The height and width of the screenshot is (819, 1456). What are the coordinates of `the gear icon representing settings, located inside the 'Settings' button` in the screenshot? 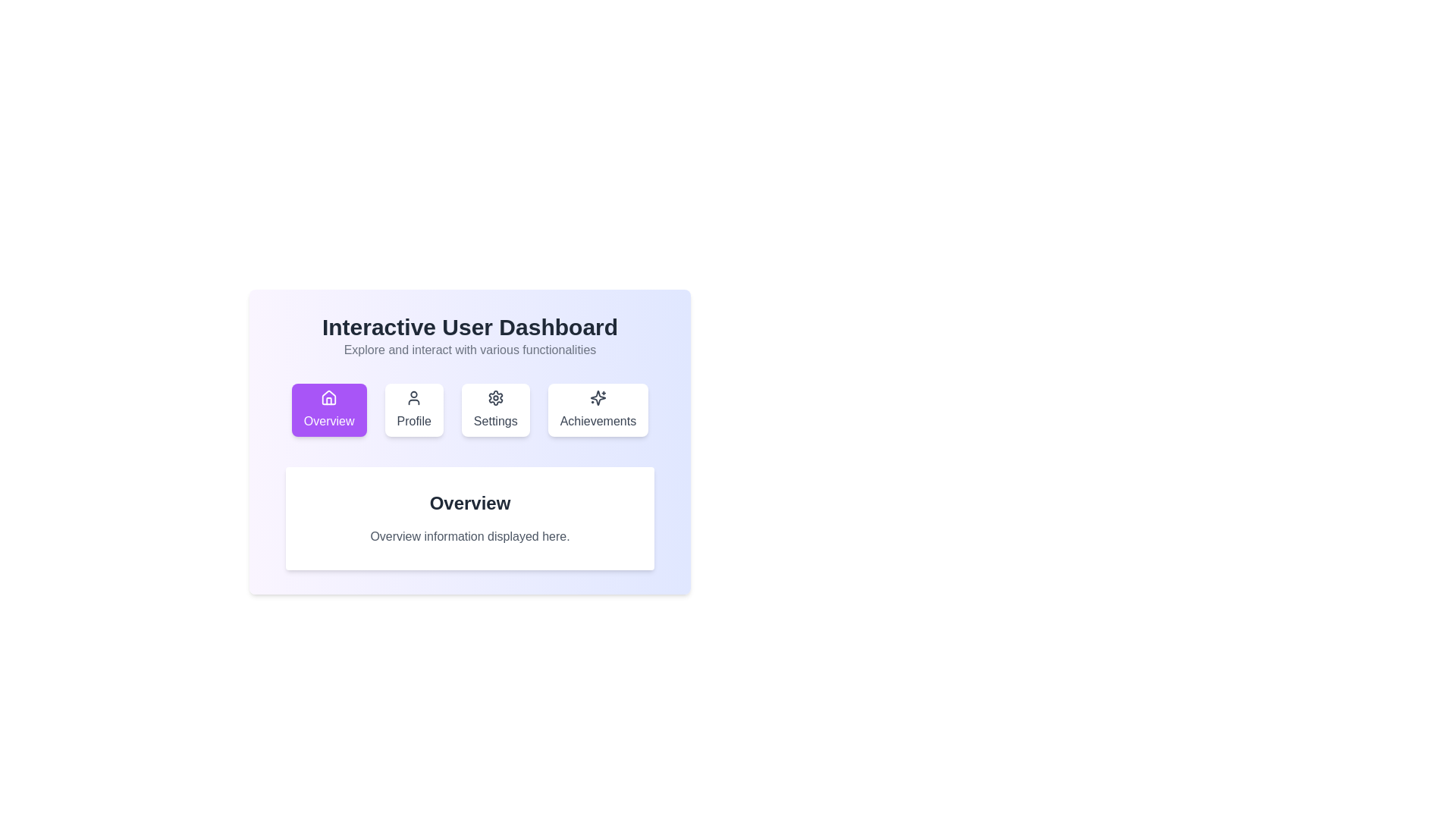 It's located at (495, 397).